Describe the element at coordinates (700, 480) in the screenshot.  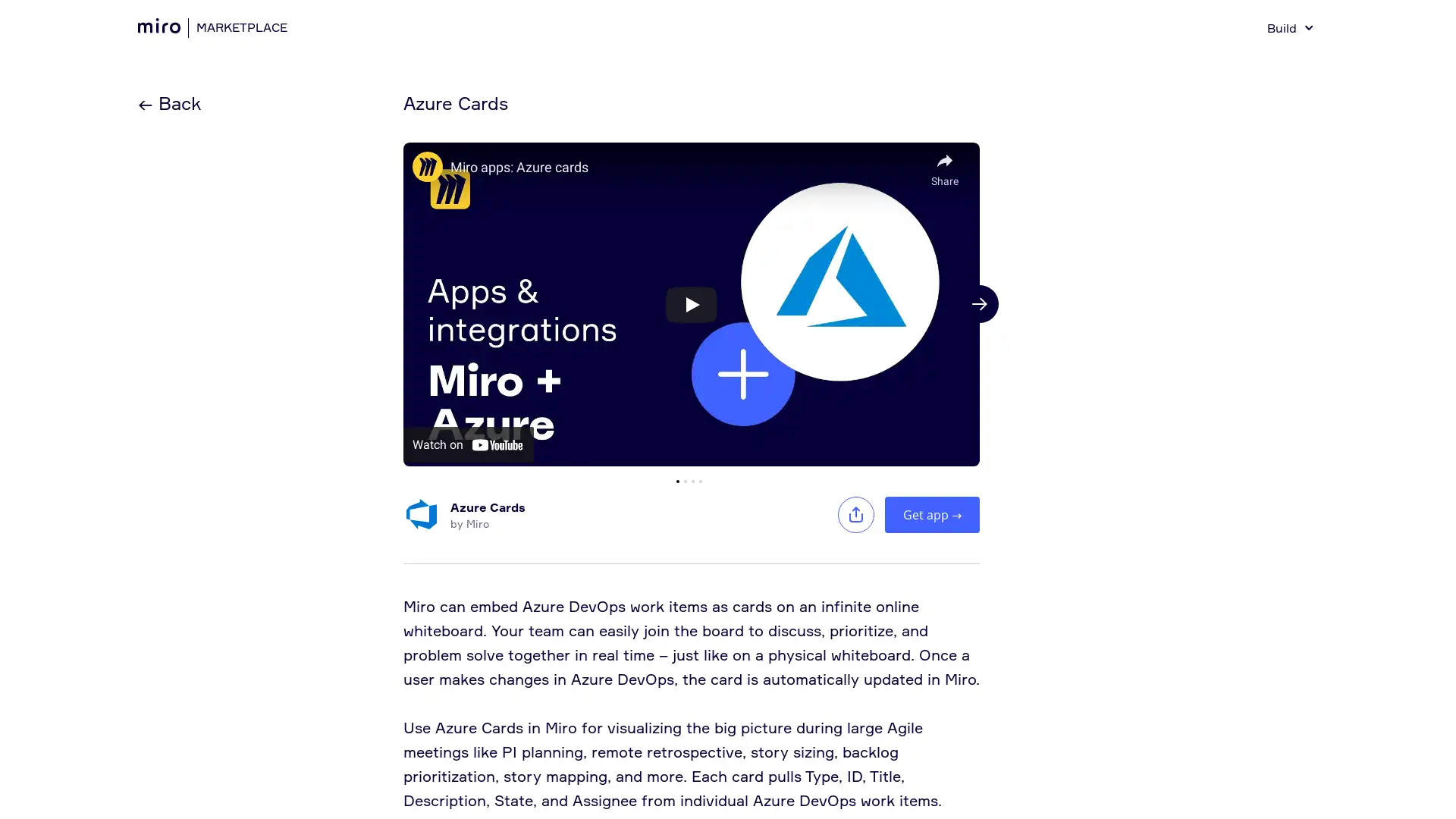
I see `Go to slide 4` at that location.